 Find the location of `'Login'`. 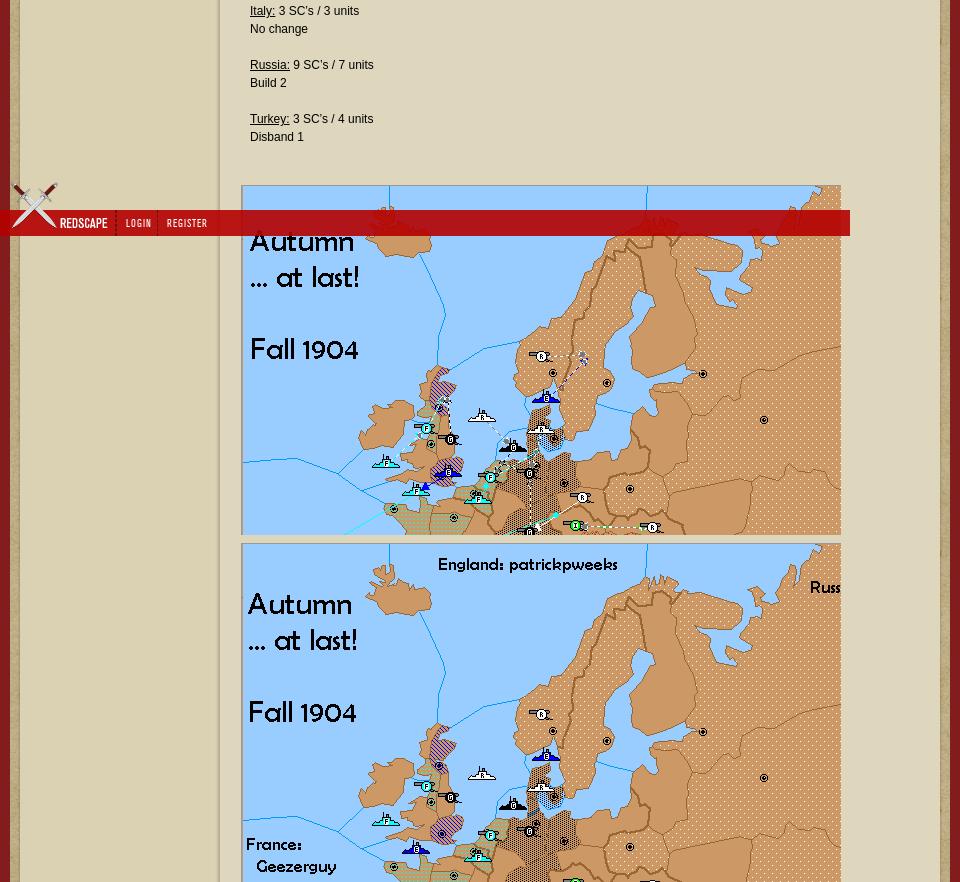

'Login' is located at coordinates (138, 222).